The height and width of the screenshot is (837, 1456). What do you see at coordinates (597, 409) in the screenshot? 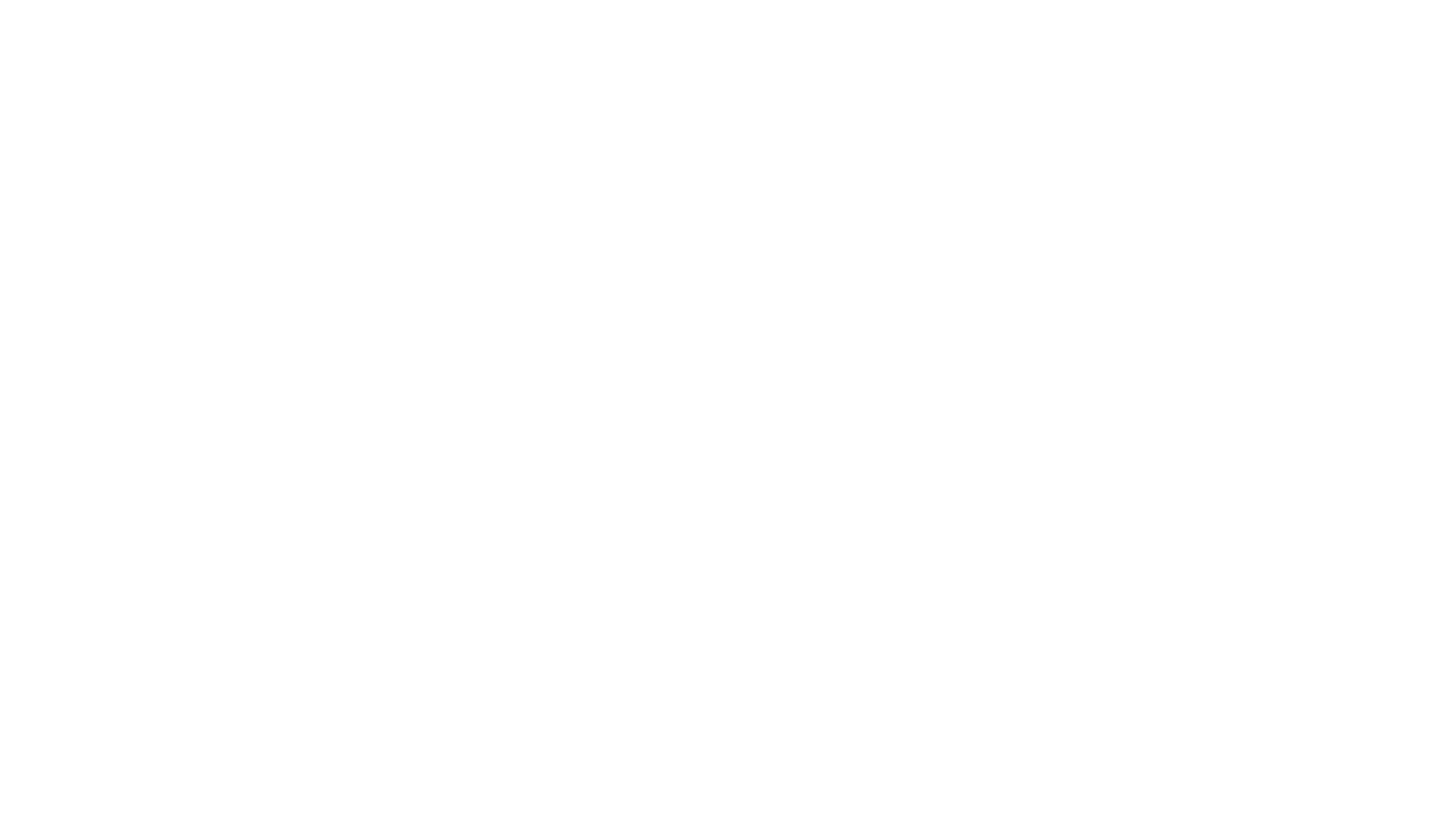
I see `'Jenfab Cleaning Solutions'` at bounding box center [597, 409].